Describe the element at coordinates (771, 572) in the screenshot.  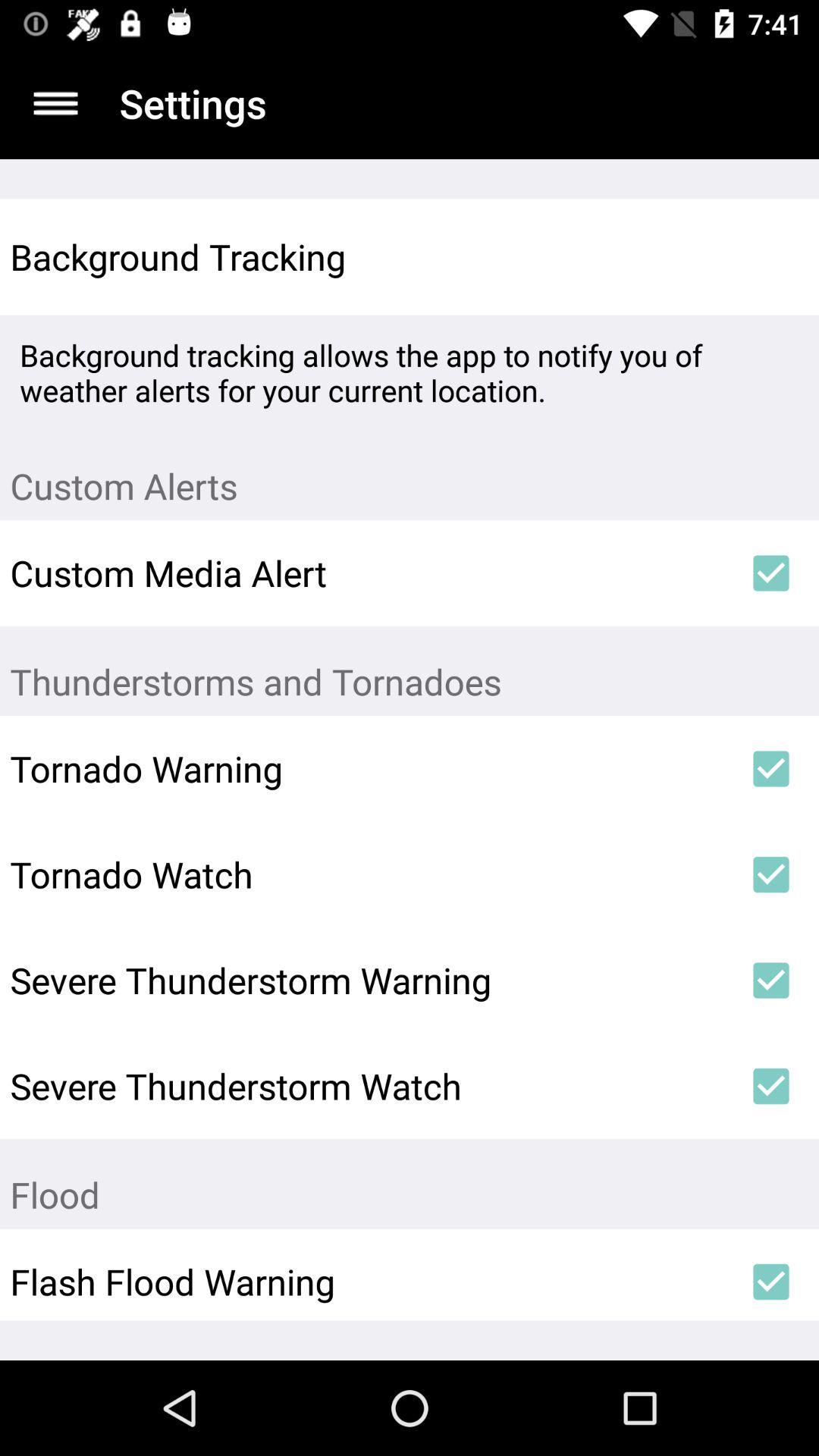
I see `item below the custom alerts` at that location.